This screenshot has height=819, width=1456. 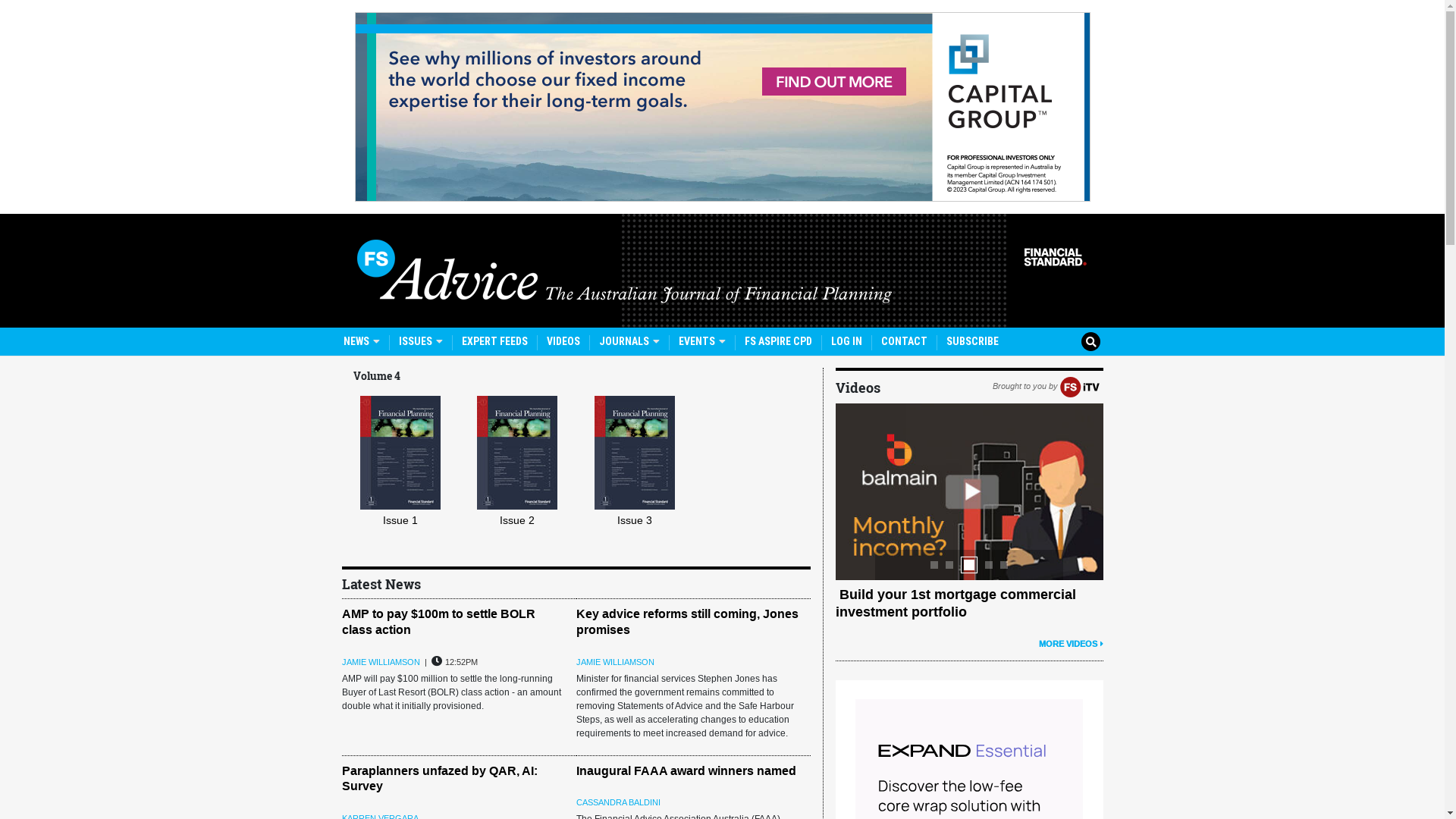 What do you see at coordinates (524, 485) in the screenshot?
I see `'Issue 2'` at bounding box center [524, 485].